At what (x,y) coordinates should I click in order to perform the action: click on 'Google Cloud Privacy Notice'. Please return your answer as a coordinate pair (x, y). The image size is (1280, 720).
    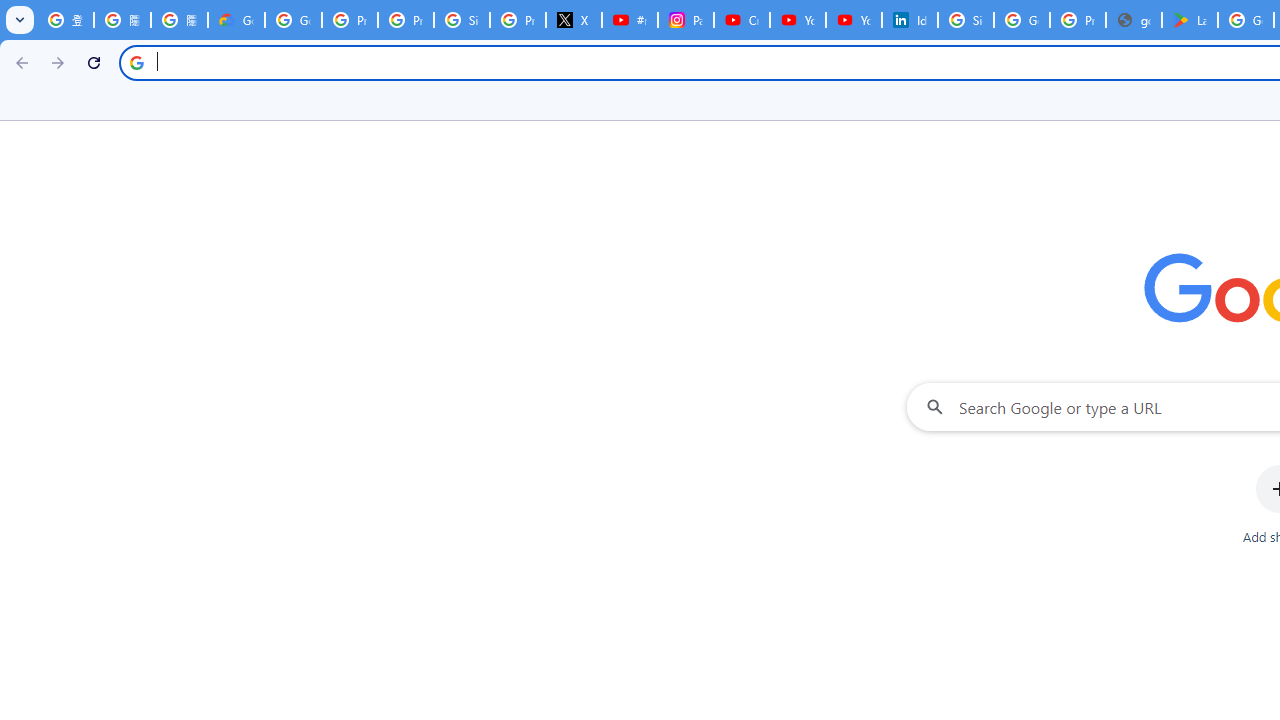
    Looking at the image, I should click on (236, 20).